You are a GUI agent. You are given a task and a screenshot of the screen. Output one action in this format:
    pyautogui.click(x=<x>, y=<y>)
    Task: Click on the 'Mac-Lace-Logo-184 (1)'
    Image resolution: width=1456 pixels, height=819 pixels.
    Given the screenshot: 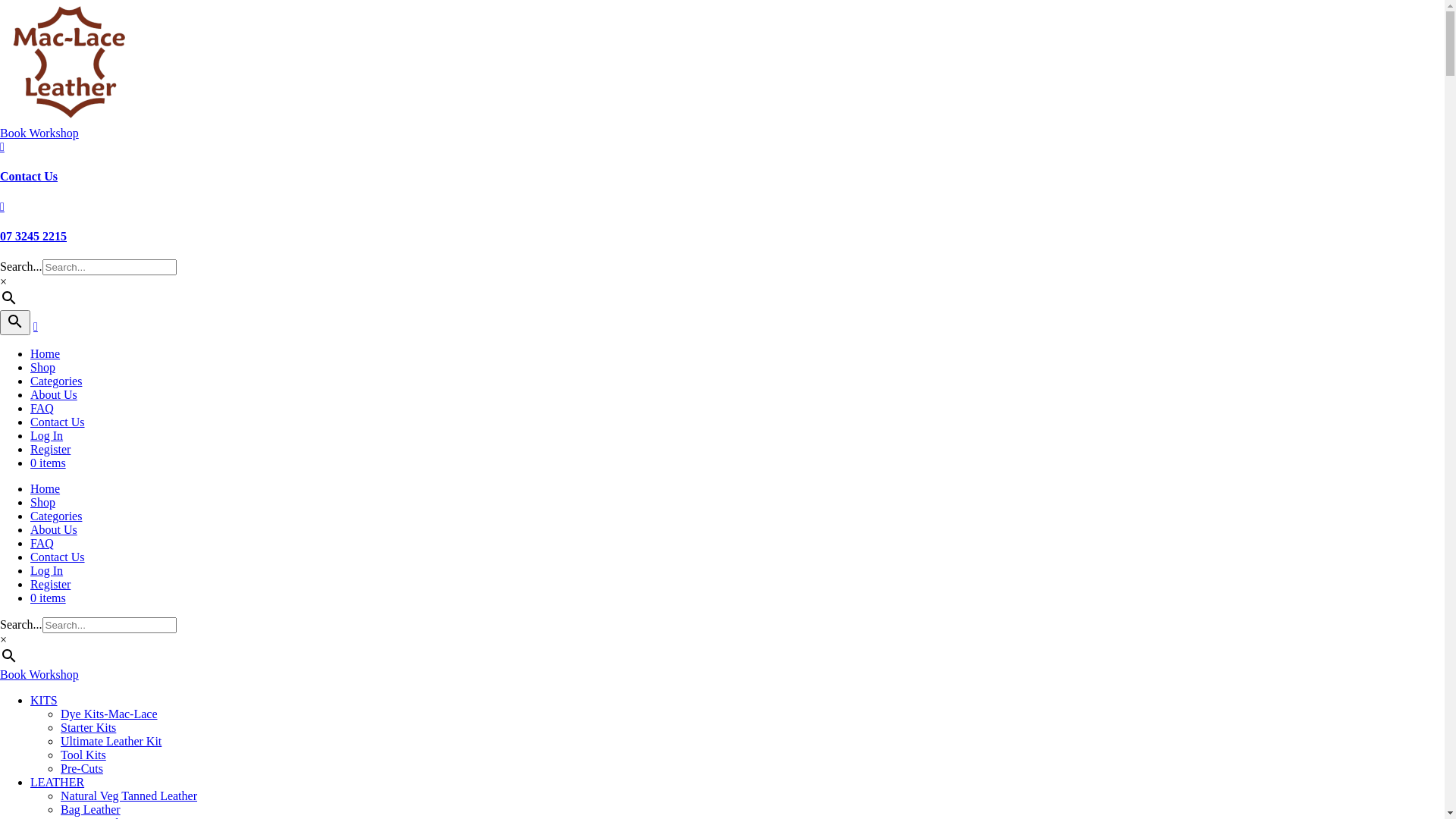 What is the action you would take?
    pyautogui.click(x=68, y=61)
    